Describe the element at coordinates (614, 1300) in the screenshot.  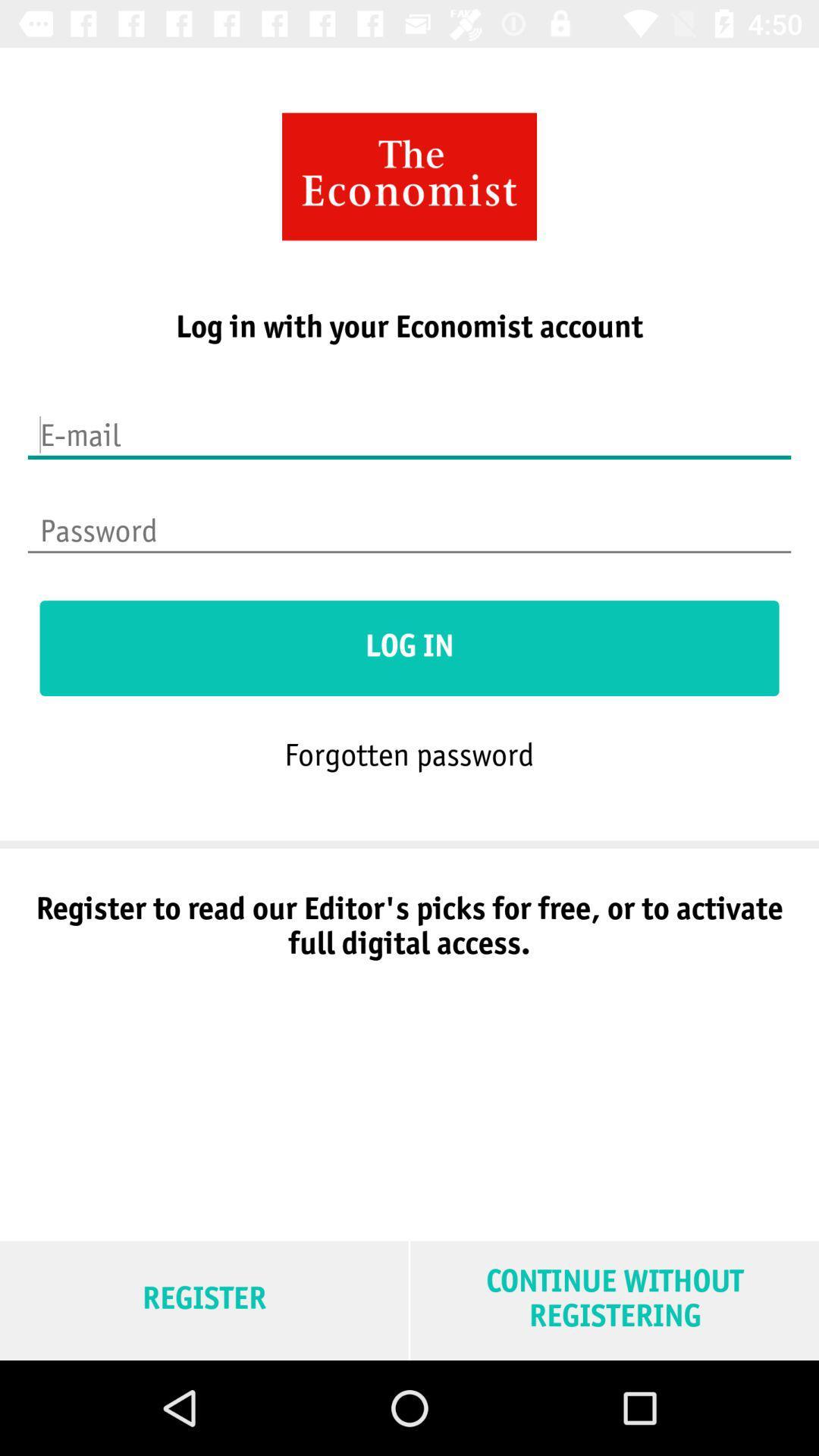
I see `continue without registering at the bottom right corner` at that location.